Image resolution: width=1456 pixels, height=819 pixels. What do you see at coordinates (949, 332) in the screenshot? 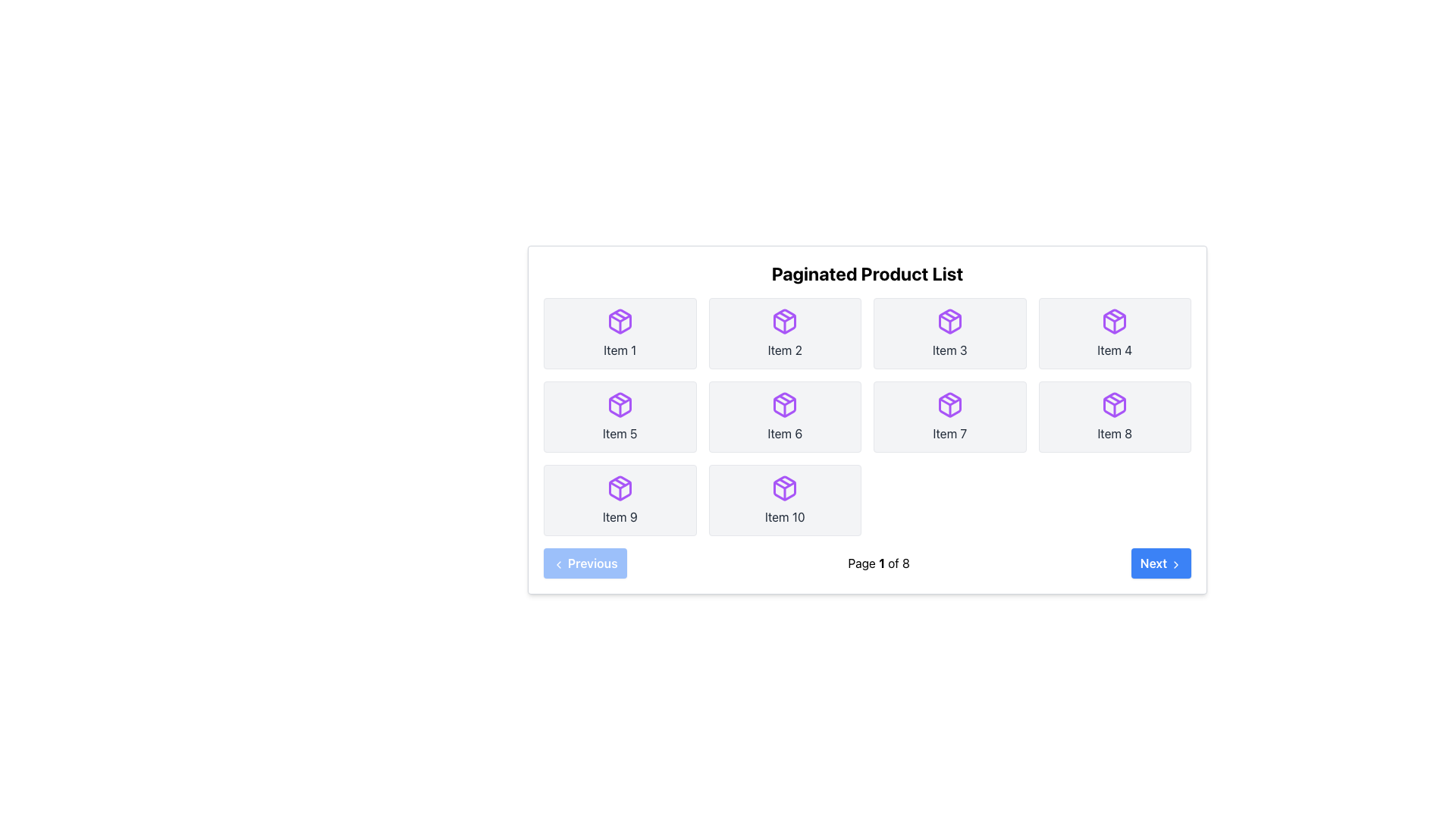
I see `label of the card item featuring a purple package icon and labeled 'Item 3', located in the third column of the first row within the 'Paginated Product List'` at bounding box center [949, 332].